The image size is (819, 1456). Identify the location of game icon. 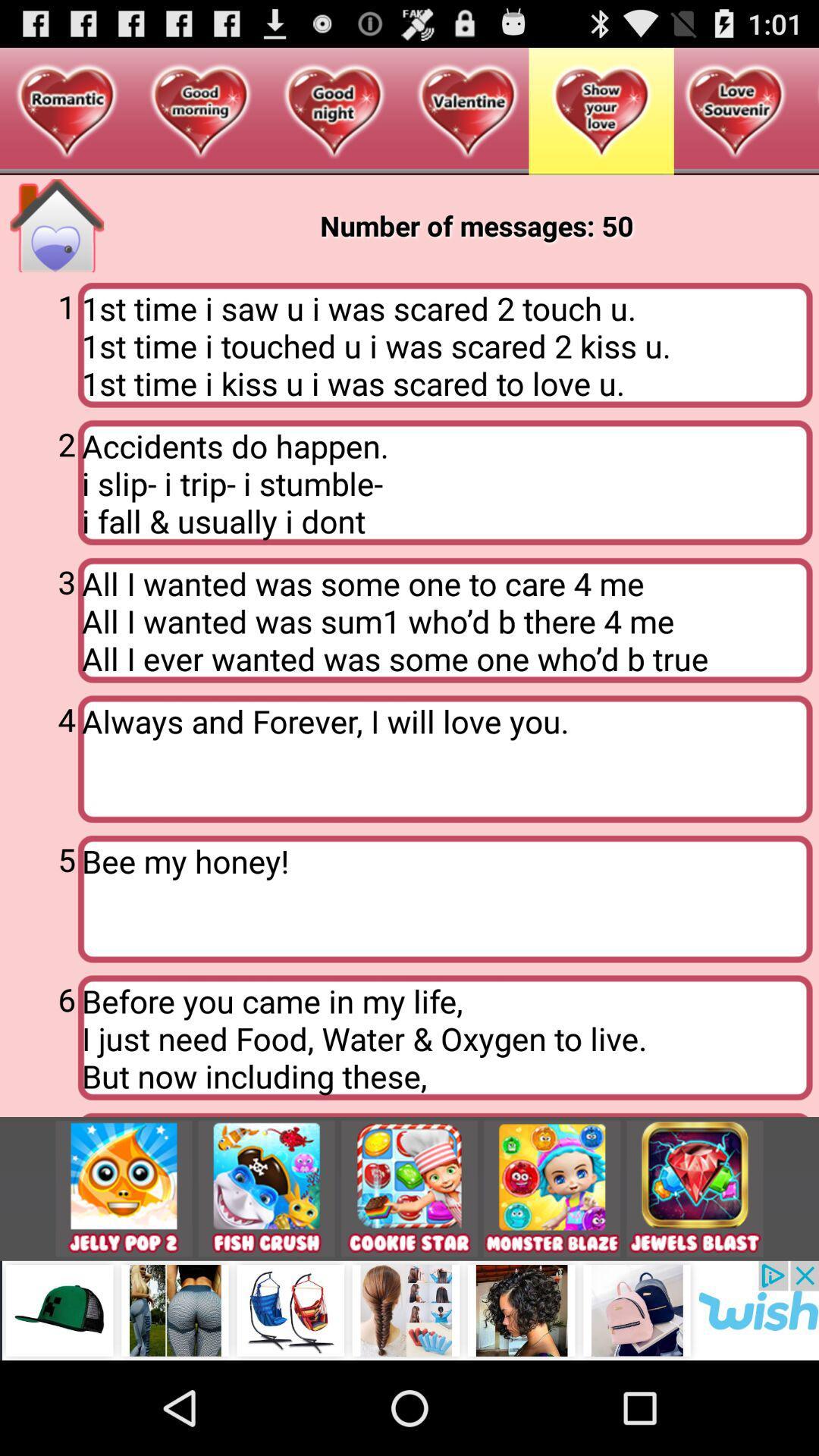
(265, 1188).